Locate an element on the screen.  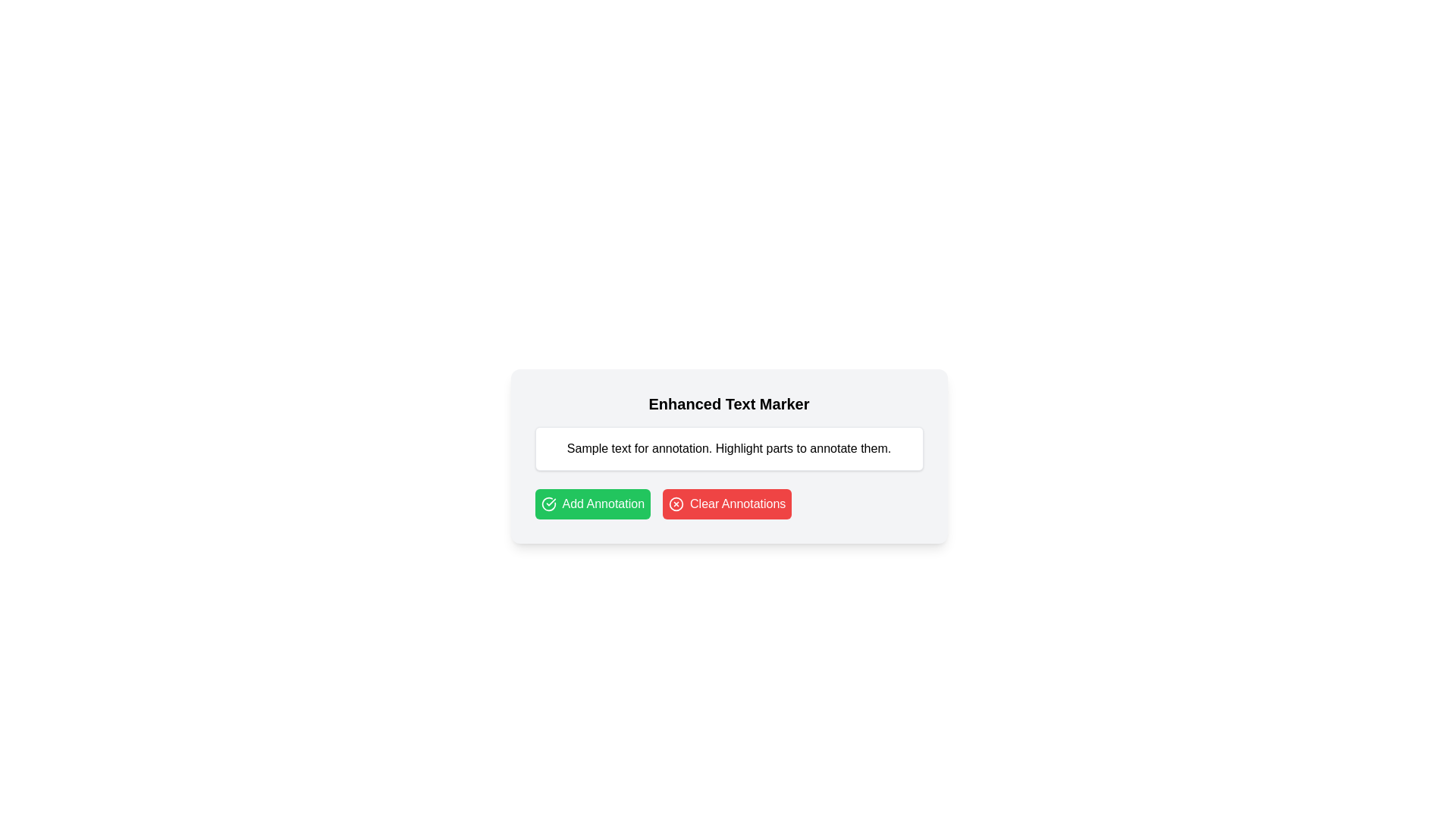
the character 't', which is the 39th character in the text input box centered in the interface is located at coordinates (761, 447).